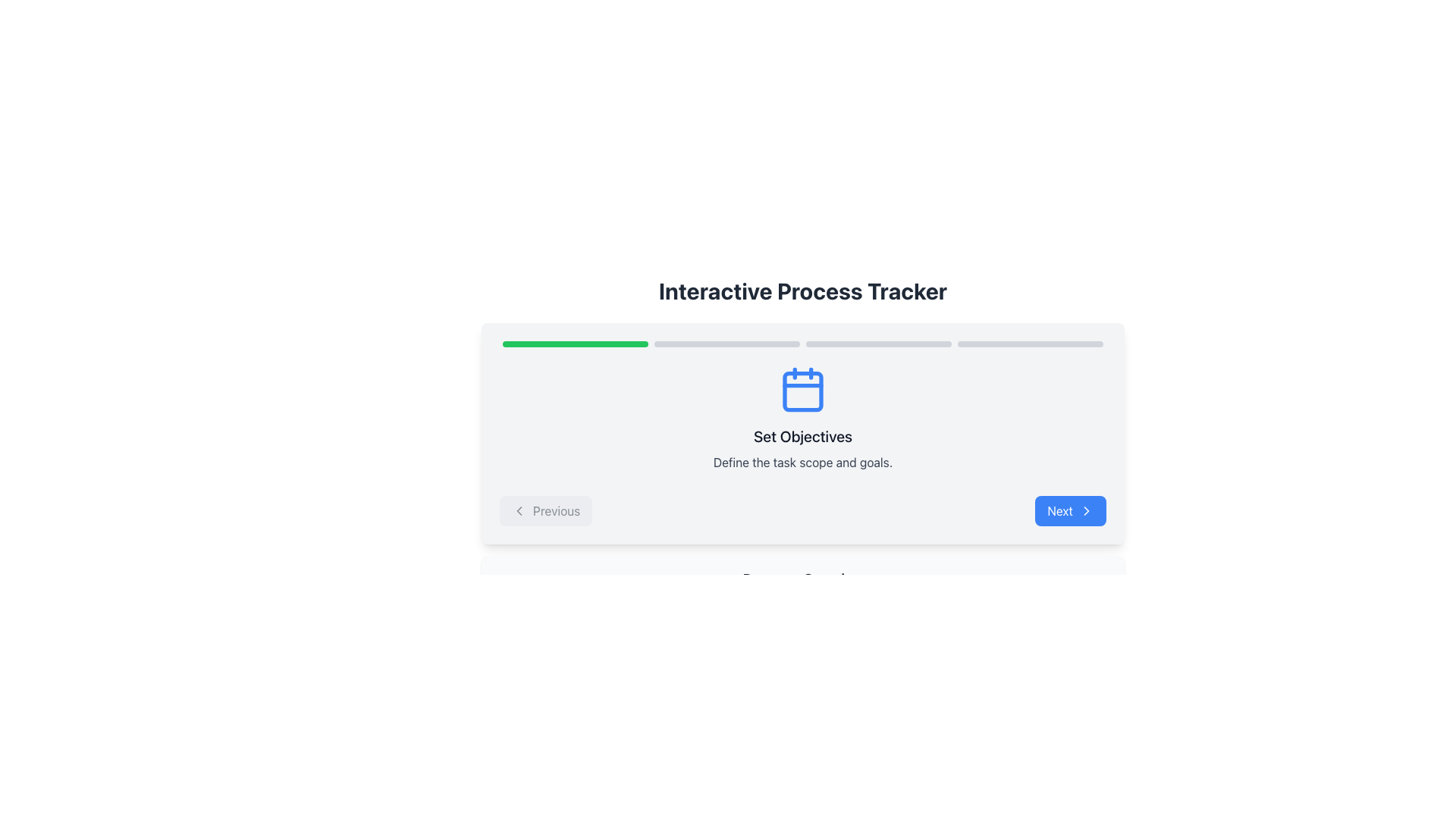 Image resolution: width=1456 pixels, height=819 pixels. I want to click on the second segment of the progress bar, which represents an unachieved step in a multi-step progress tracker, so click(726, 344).